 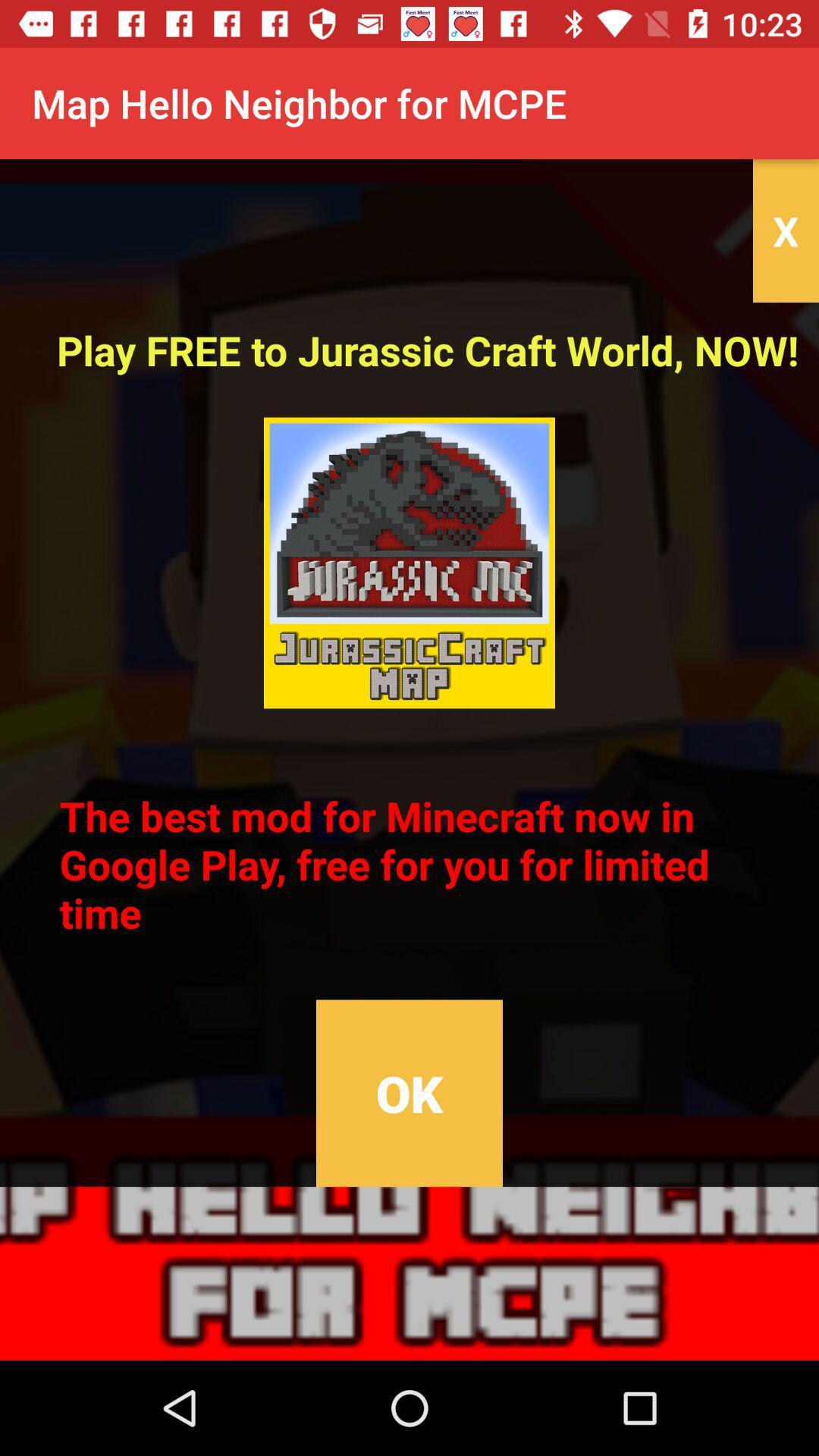 What do you see at coordinates (409, 1093) in the screenshot?
I see `ok` at bounding box center [409, 1093].